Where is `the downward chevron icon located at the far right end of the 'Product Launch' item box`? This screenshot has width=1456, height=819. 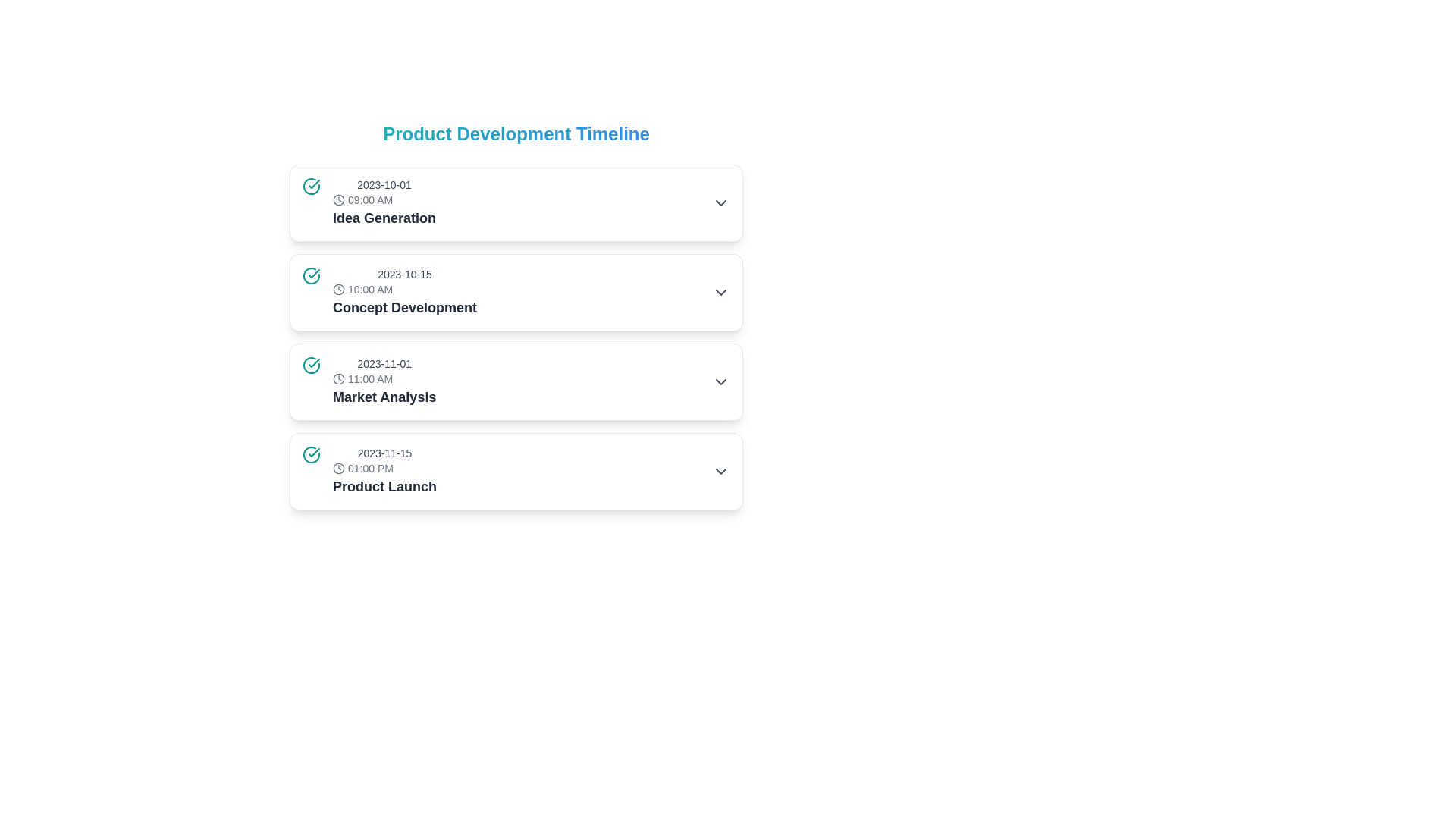
the downward chevron icon located at the far right end of the 'Product Launch' item box is located at coordinates (720, 470).